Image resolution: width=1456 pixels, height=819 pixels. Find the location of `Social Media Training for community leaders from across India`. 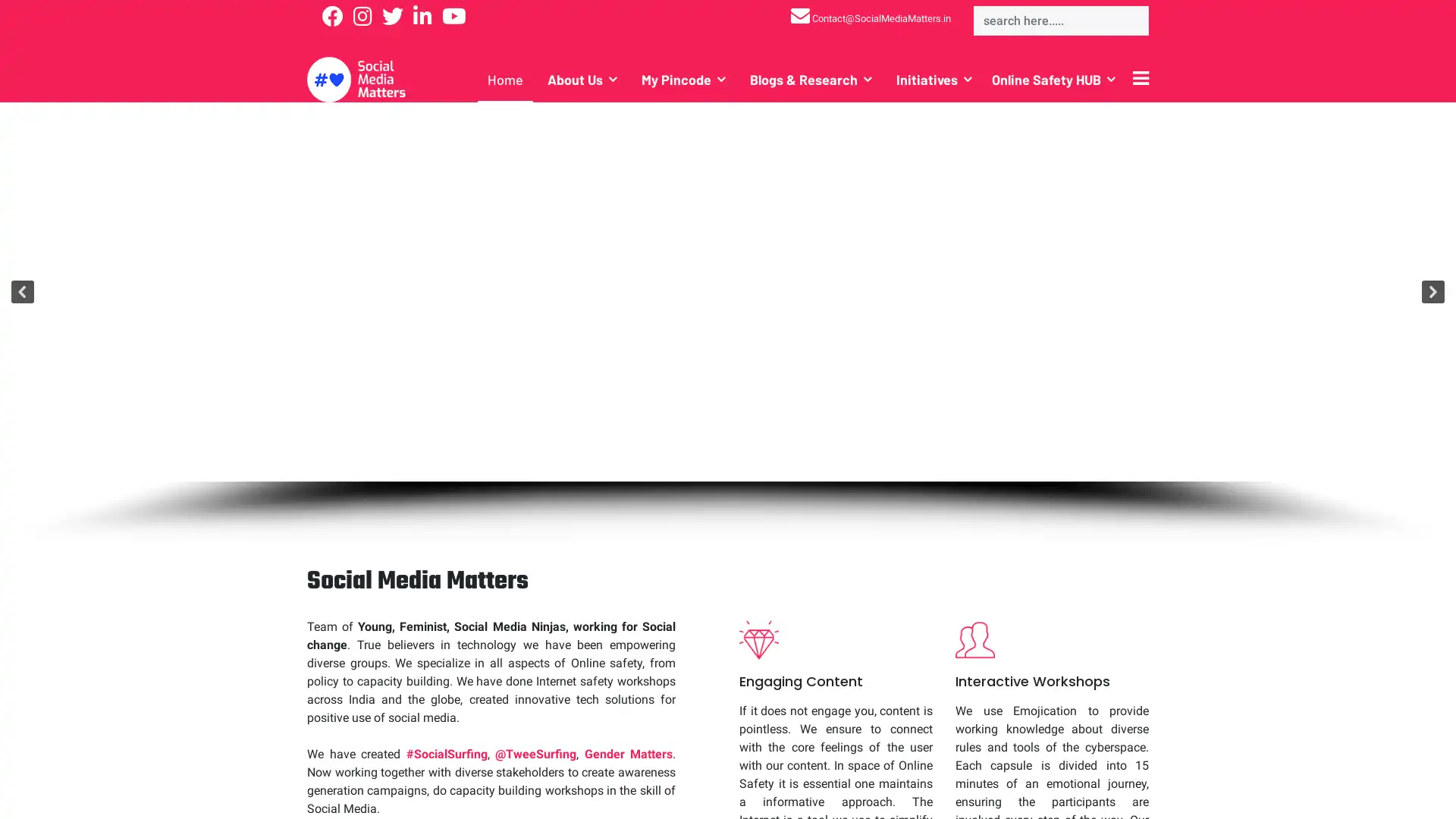

Social Media Training for community leaders from across India is located at coordinates (802, 466).